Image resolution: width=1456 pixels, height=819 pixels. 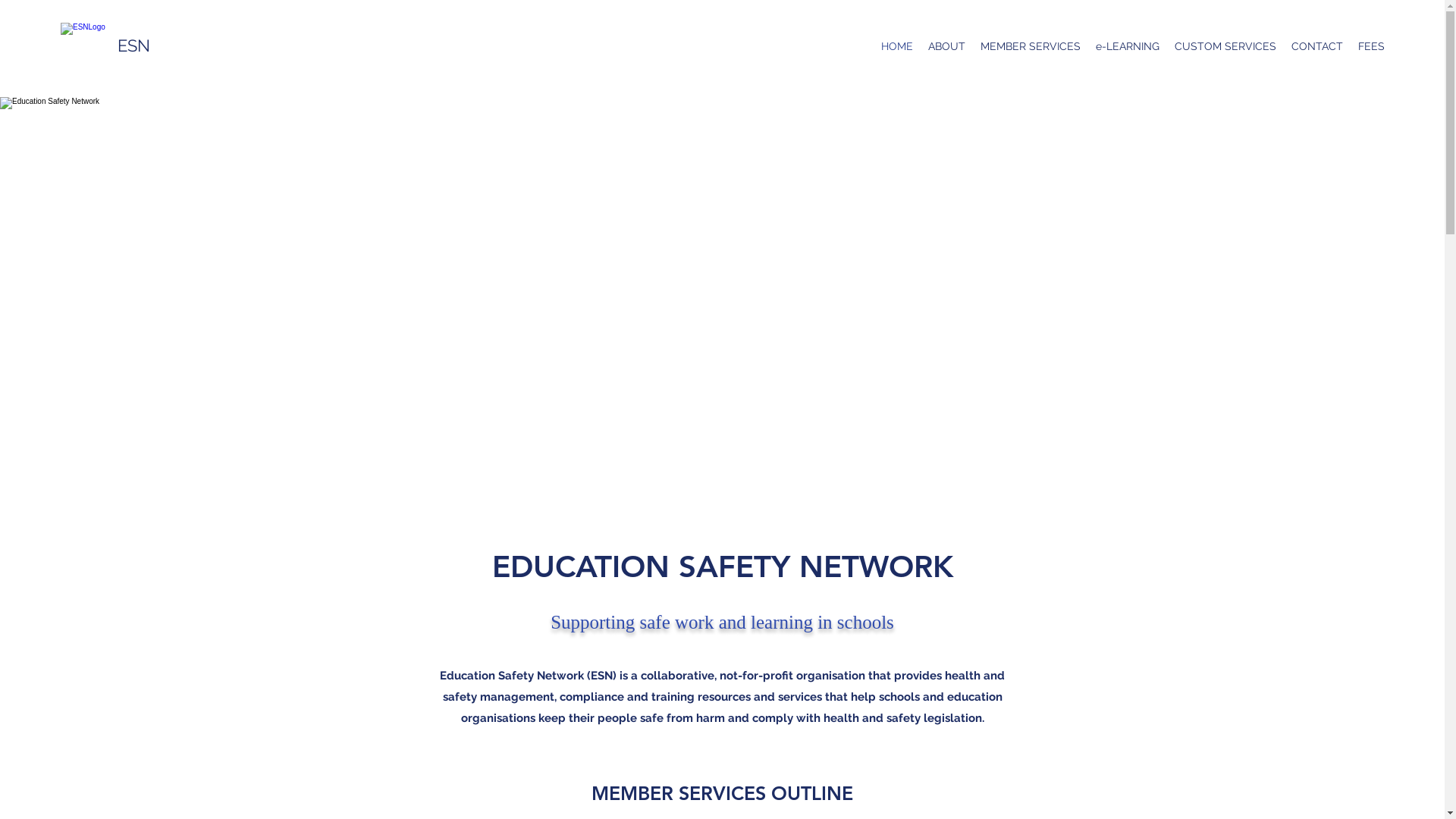 I want to click on 'FEES', so click(x=1371, y=45).